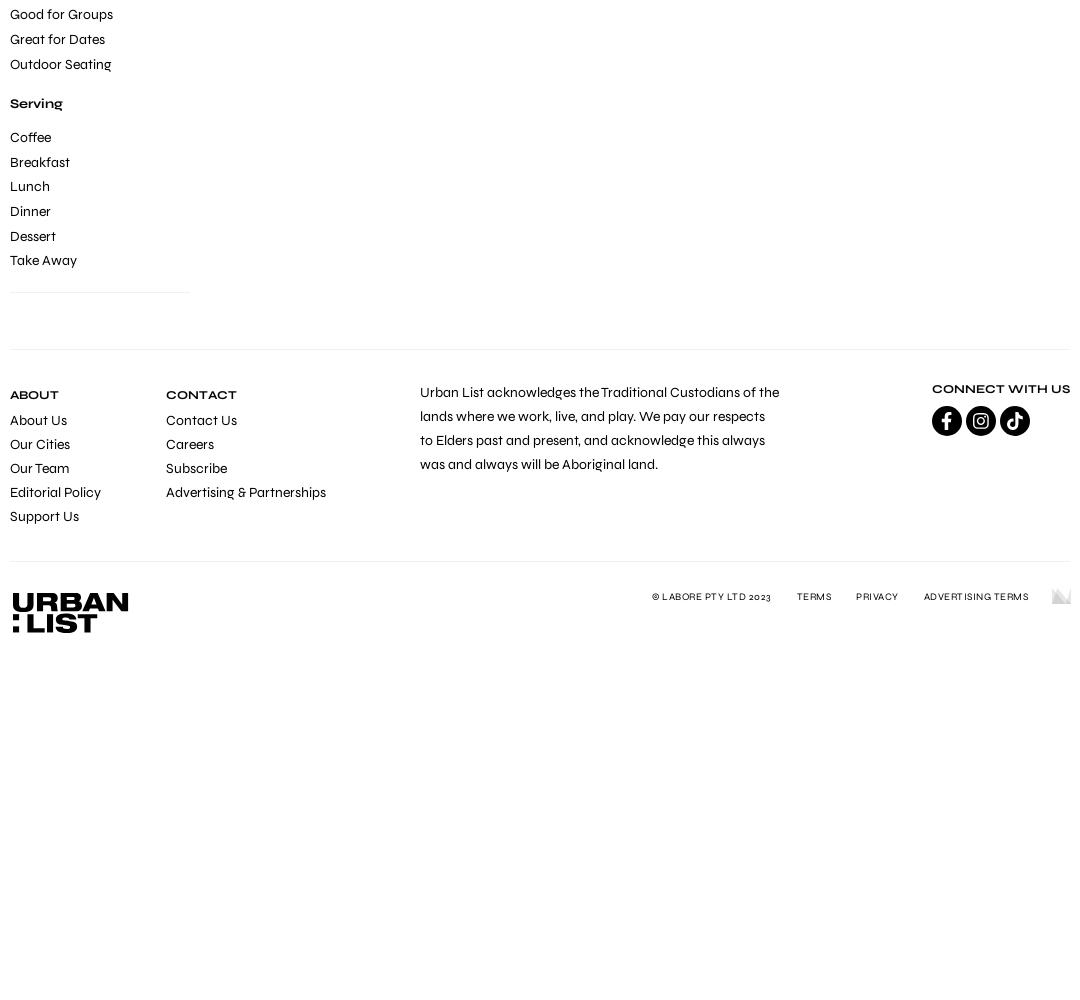 This screenshot has height=1000, width=1080. Describe the element at coordinates (38, 420) in the screenshot. I see `'About Us'` at that location.